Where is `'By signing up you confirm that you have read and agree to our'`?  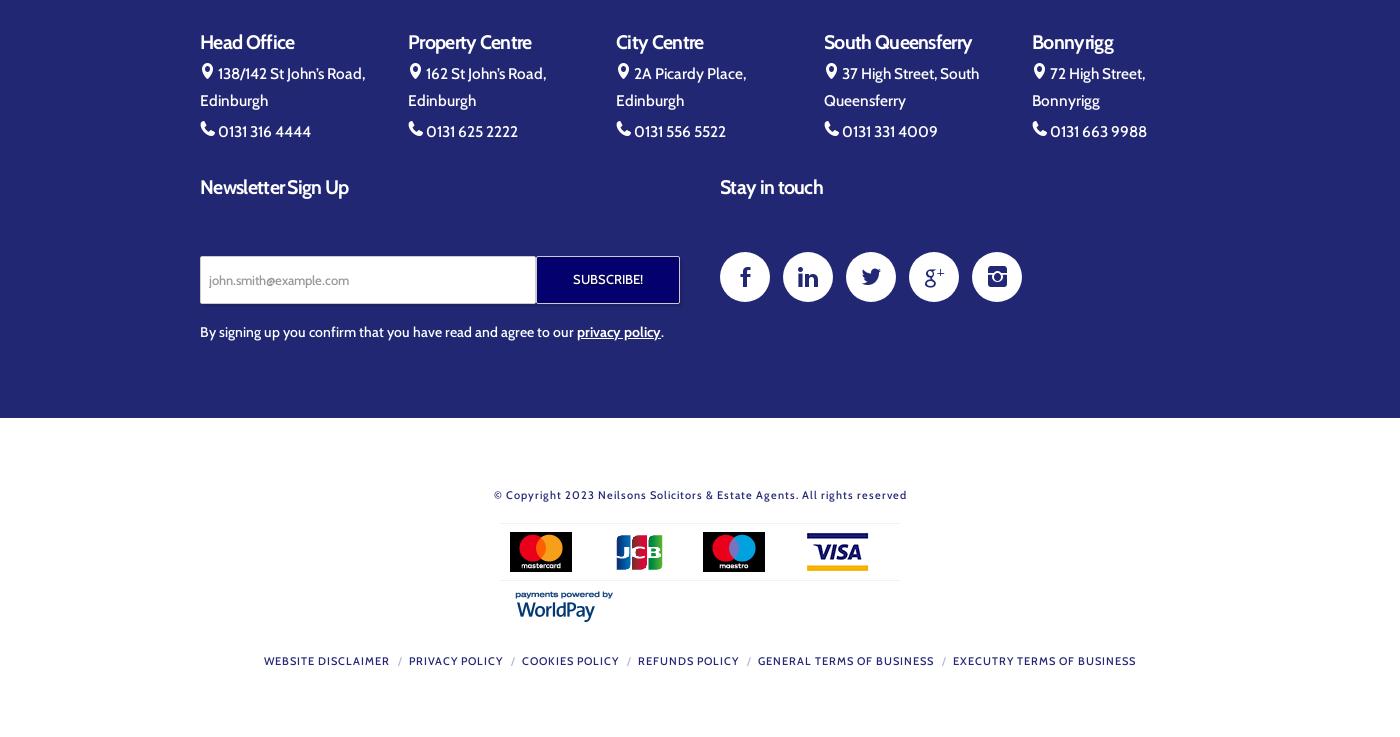
'By signing up you confirm that you have read and agree to our' is located at coordinates (200, 329).